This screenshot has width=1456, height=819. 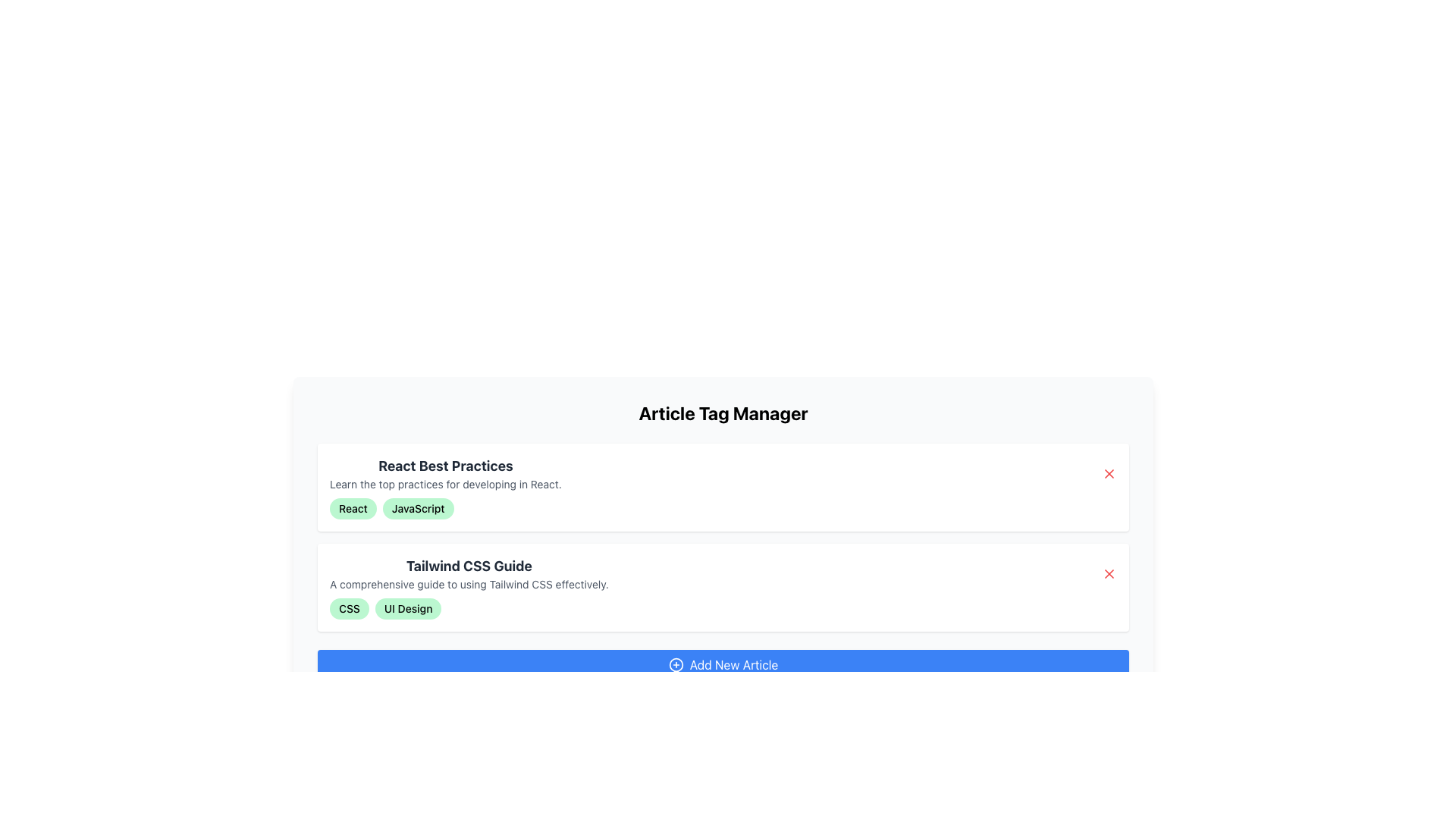 What do you see at coordinates (348, 607) in the screenshot?
I see `the small, pill-shaped tag with a light green background and the text 'CSS' in bold black font, which is the first element in a horizontal row of tags below the 'Tailwind CSS Guide'` at bounding box center [348, 607].